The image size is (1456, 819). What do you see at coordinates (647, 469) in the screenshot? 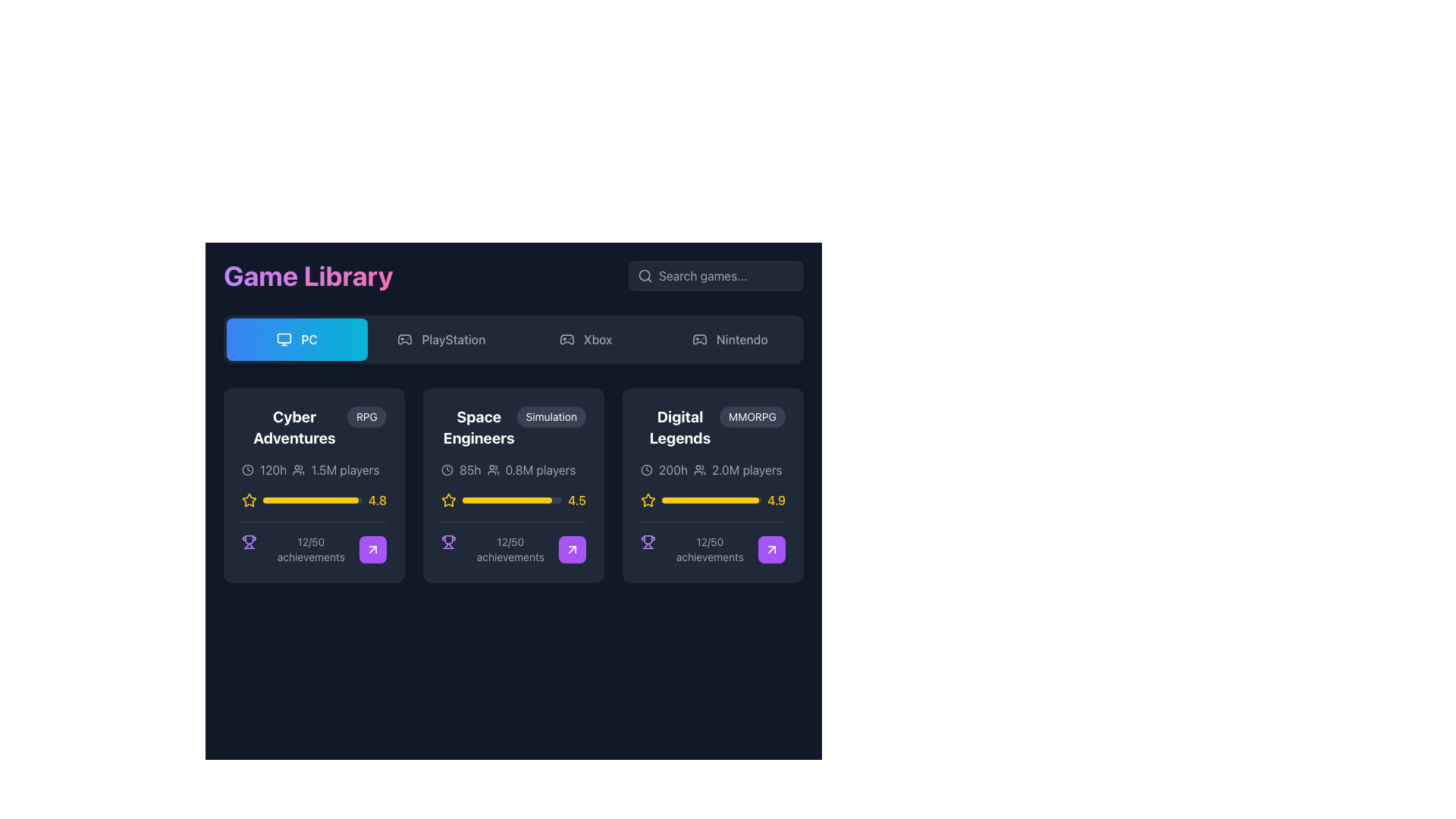
I see `the circular structure within the clock icon on the 'Digital Legends' game card, which indicates total playtime` at bounding box center [647, 469].